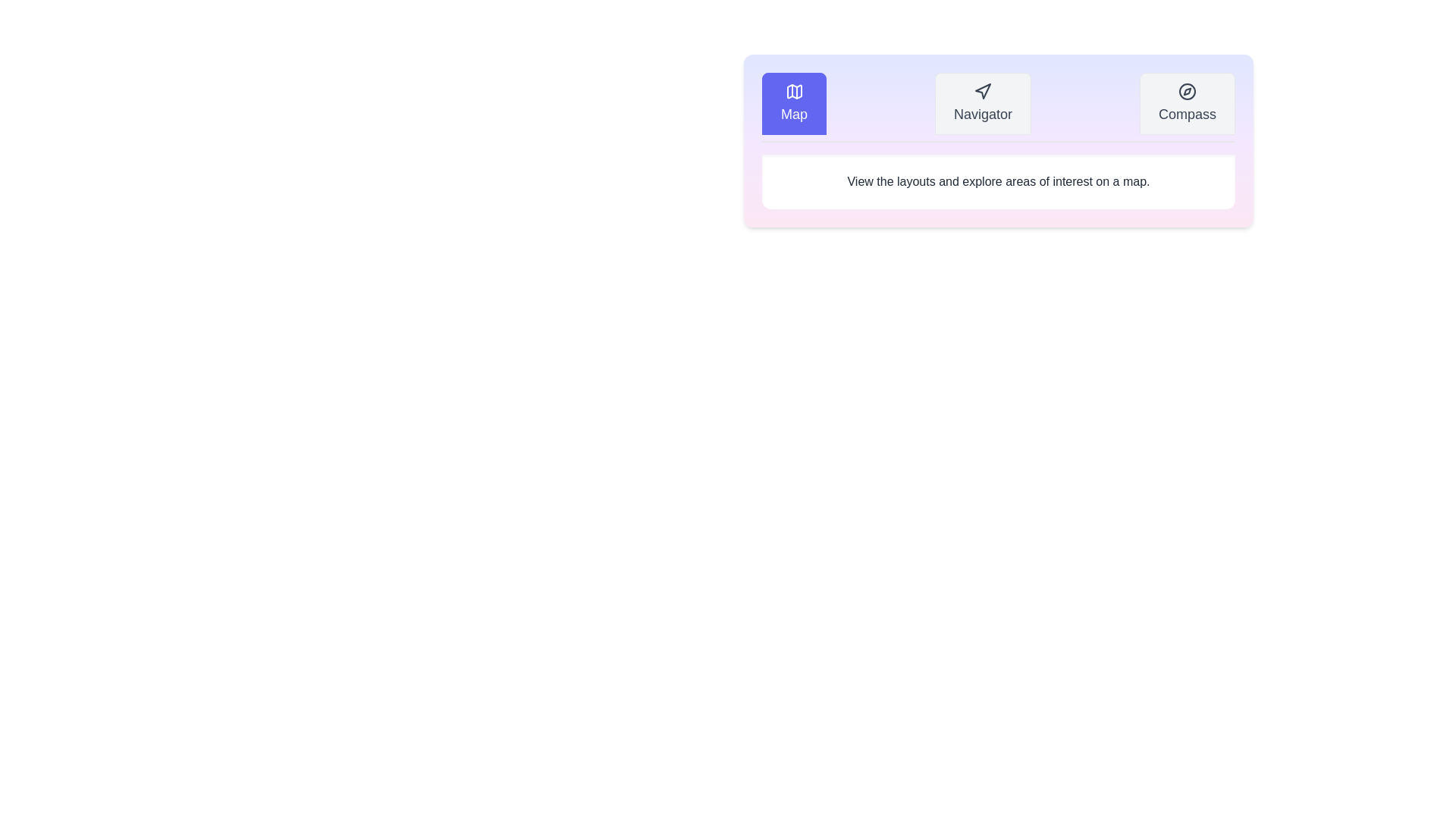 This screenshot has height=819, width=1456. What do you see at coordinates (1185, 103) in the screenshot?
I see `the tab Compass to observe its hover effect` at bounding box center [1185, 103].